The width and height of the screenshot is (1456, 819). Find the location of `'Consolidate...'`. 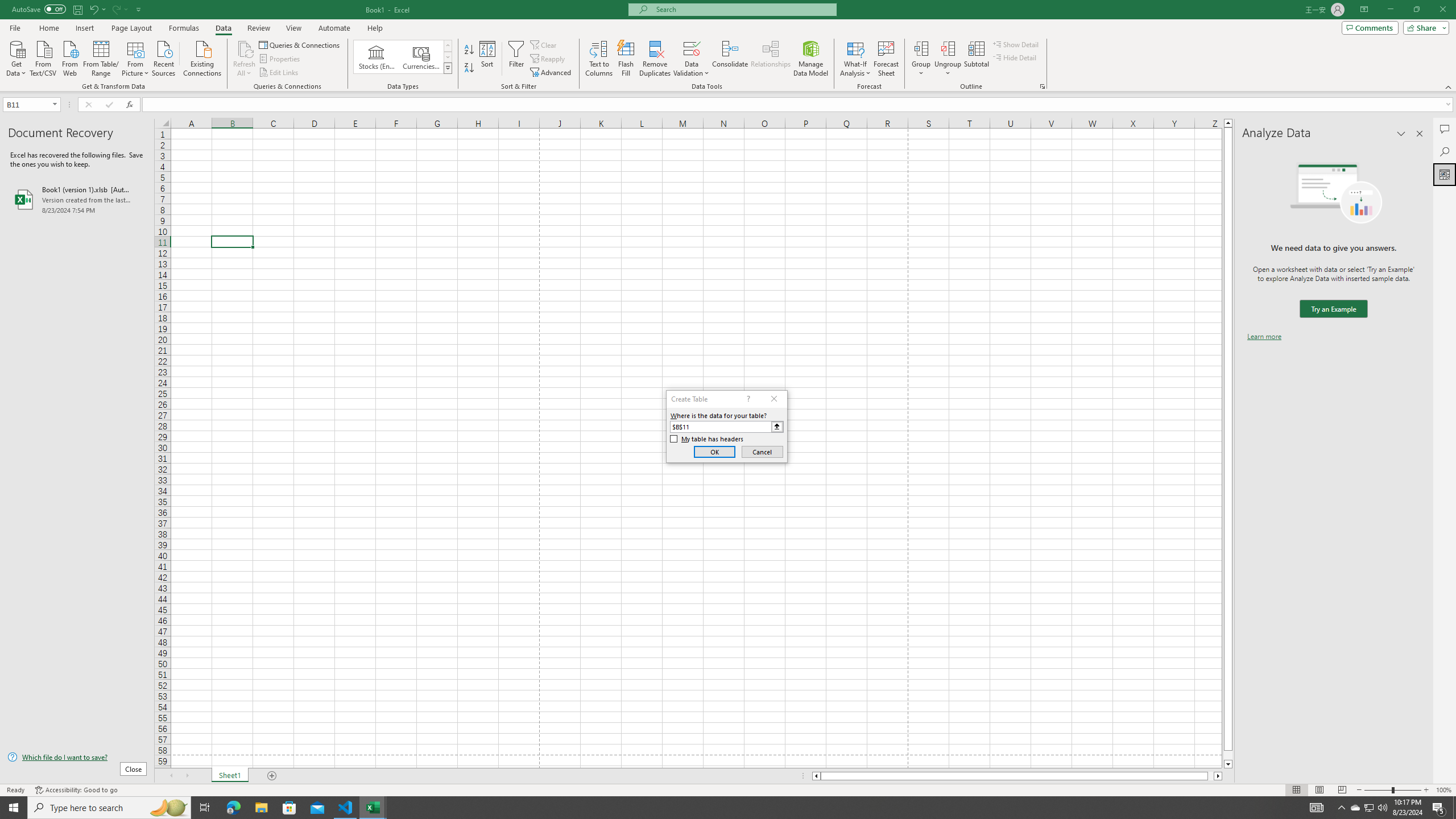

'Consolidate...' is located at coordinates (730, 59).